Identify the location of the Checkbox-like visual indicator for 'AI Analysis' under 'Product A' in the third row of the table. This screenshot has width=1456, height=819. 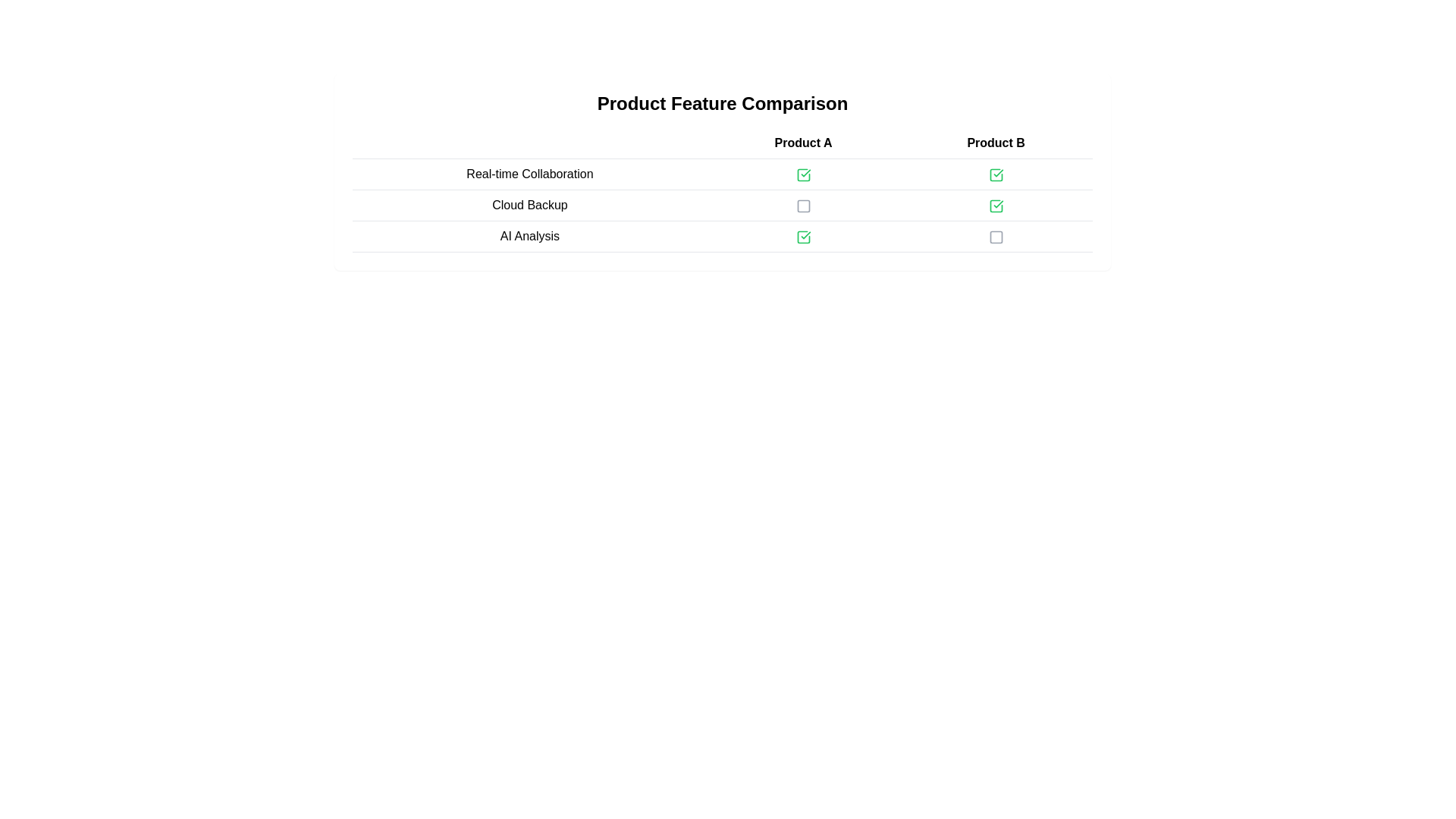
(802, 237).